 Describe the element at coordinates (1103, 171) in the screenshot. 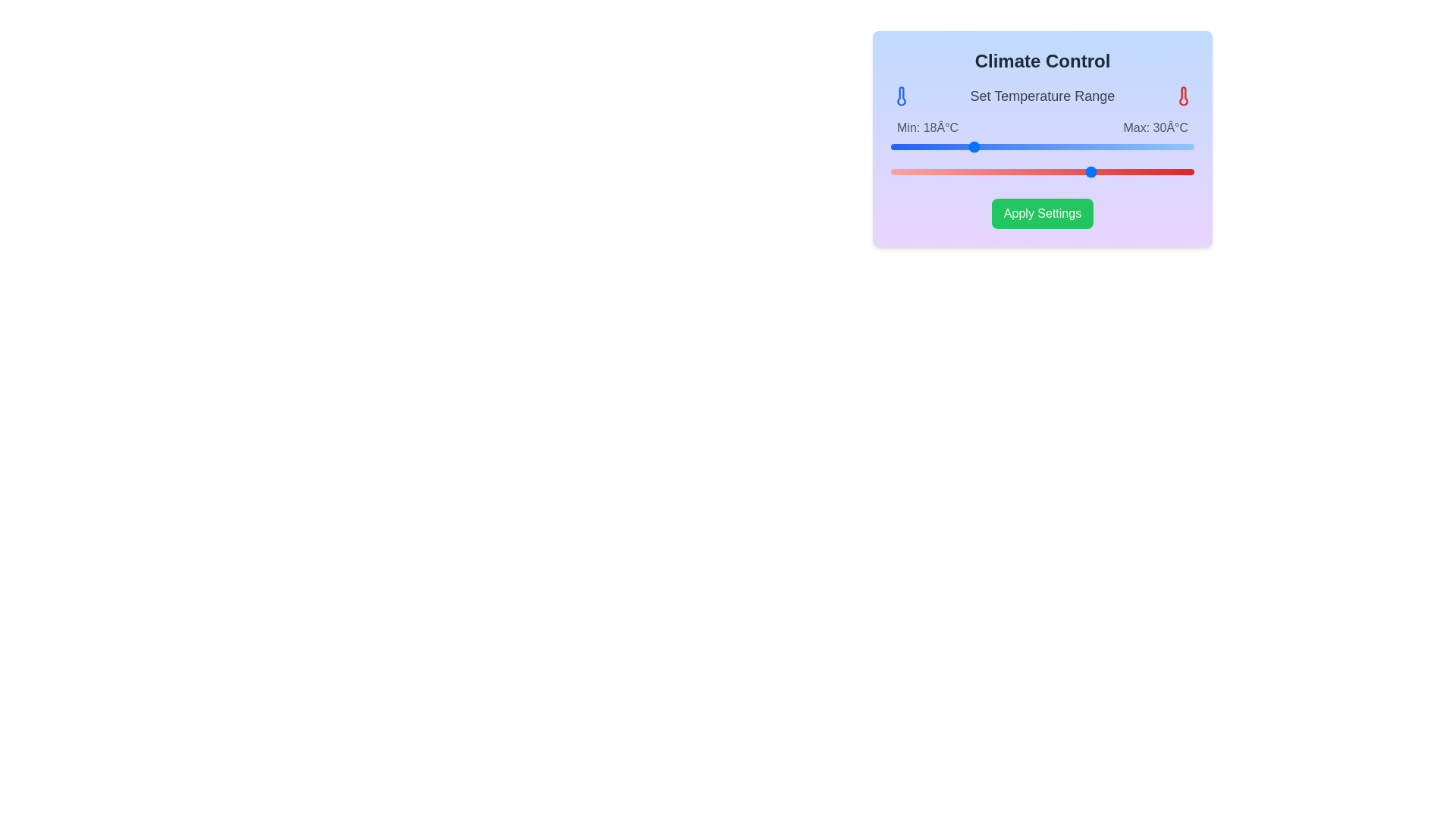

I see `the maximum temperature range to 31°C using the right slider` at that location.